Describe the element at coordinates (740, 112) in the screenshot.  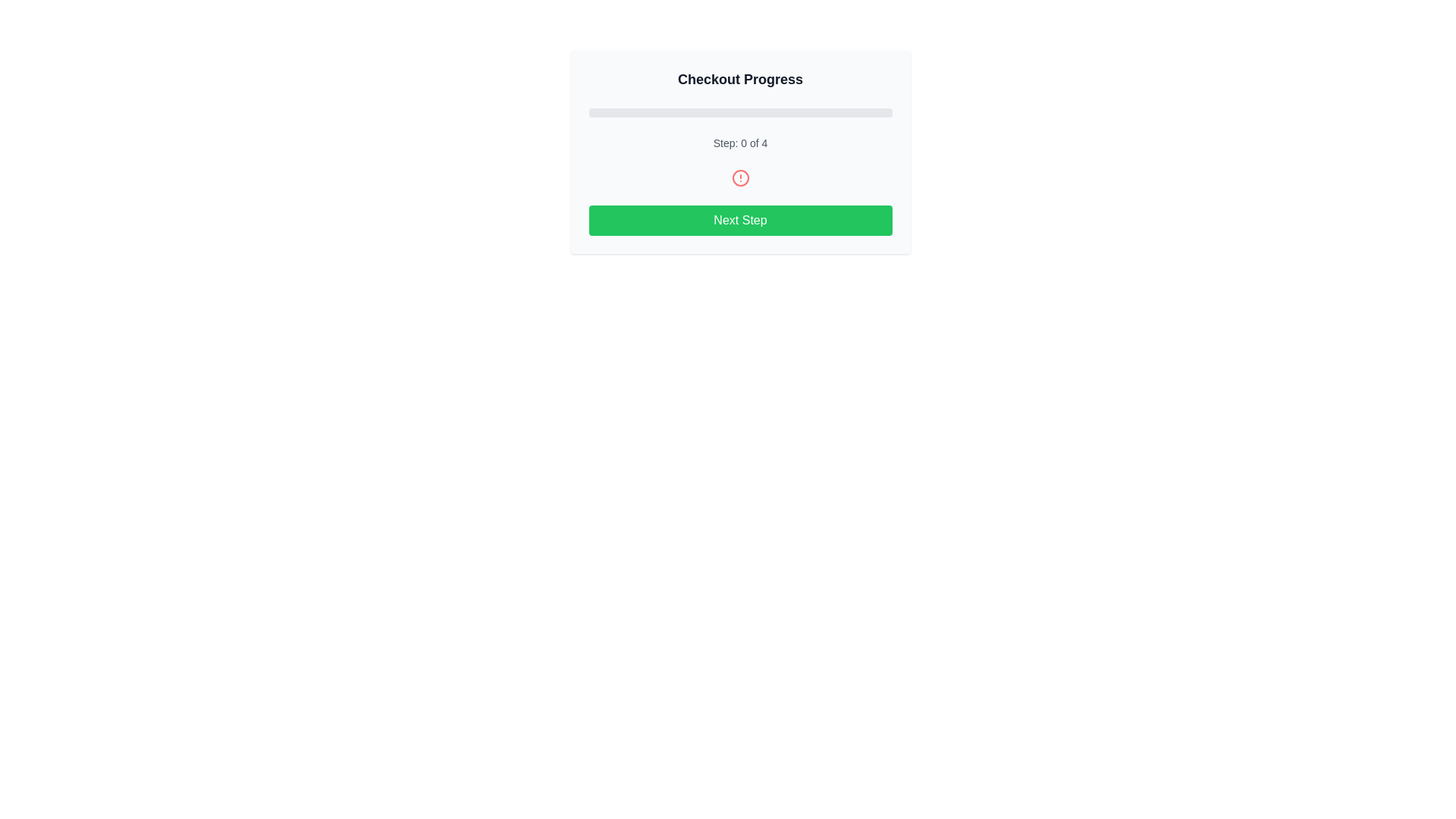
I see `progress bar located below the 'Checkout Progress' heading and above the 'Step: 0 of 4' text, which is currently at zero percent` at that location.